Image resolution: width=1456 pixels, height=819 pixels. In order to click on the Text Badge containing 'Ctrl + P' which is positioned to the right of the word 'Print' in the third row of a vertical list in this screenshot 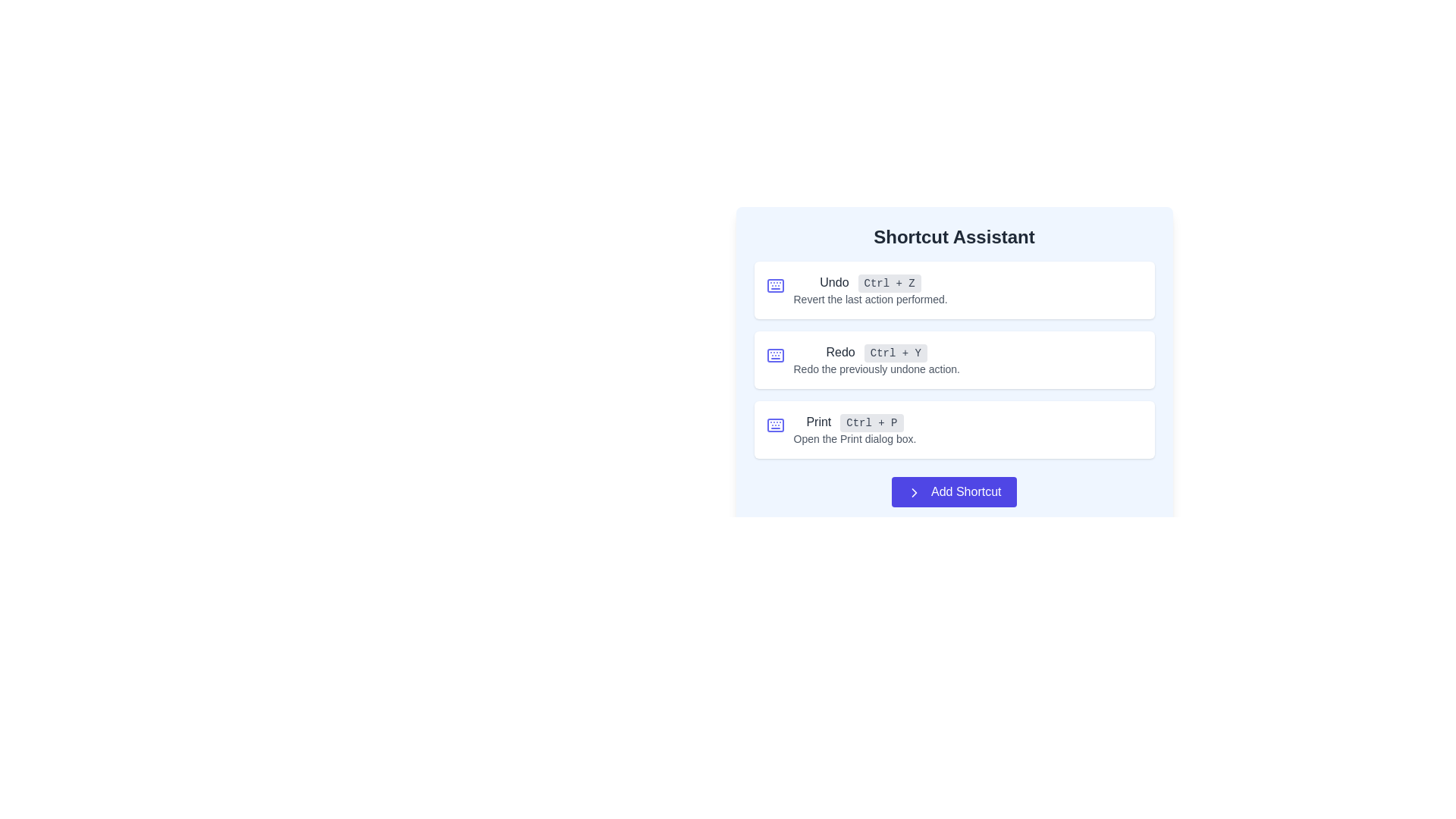, I will do `click(871, 423)`.